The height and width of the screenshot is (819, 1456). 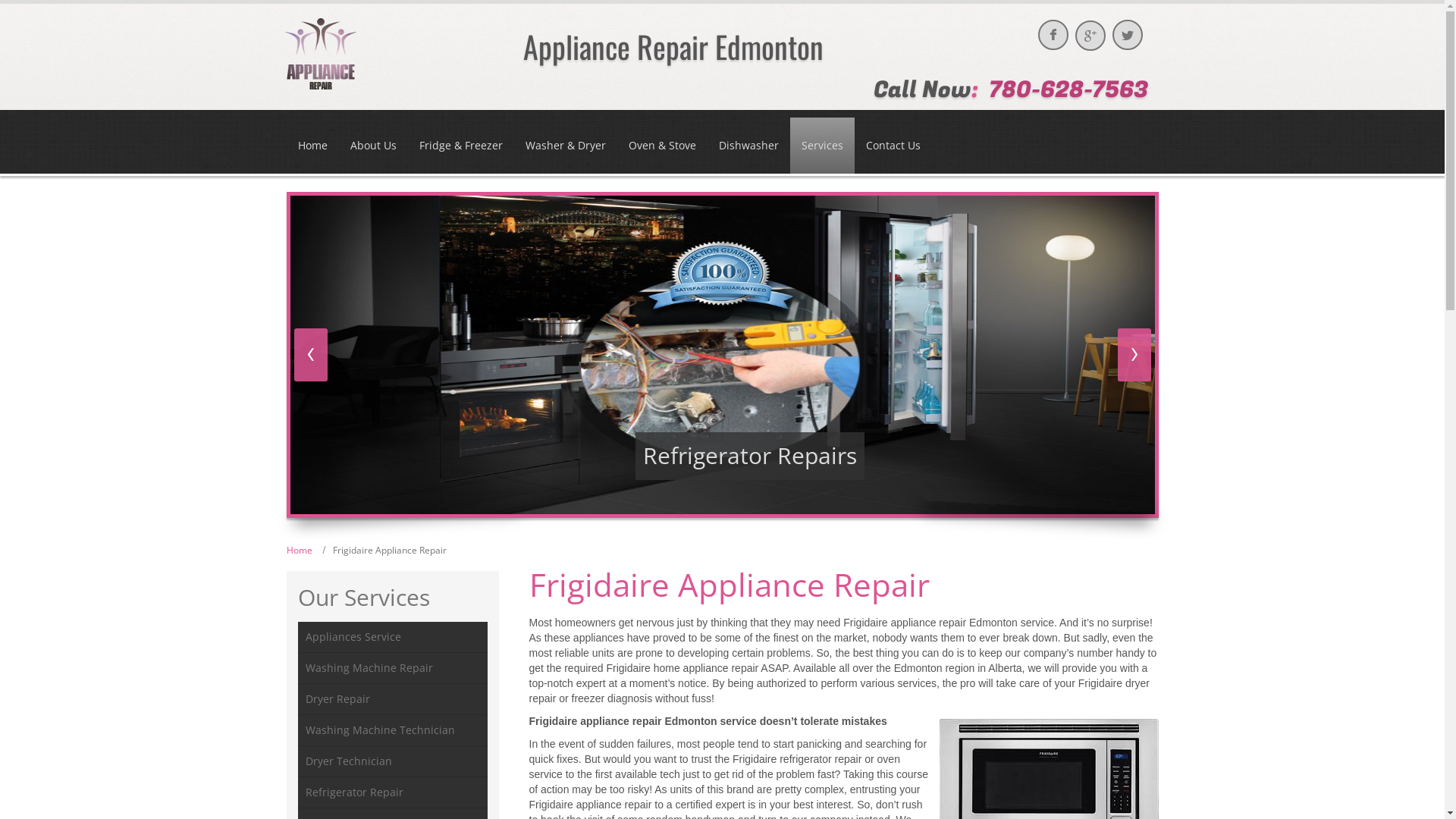 I want to click on 'Services', so click(x=821, y=146).